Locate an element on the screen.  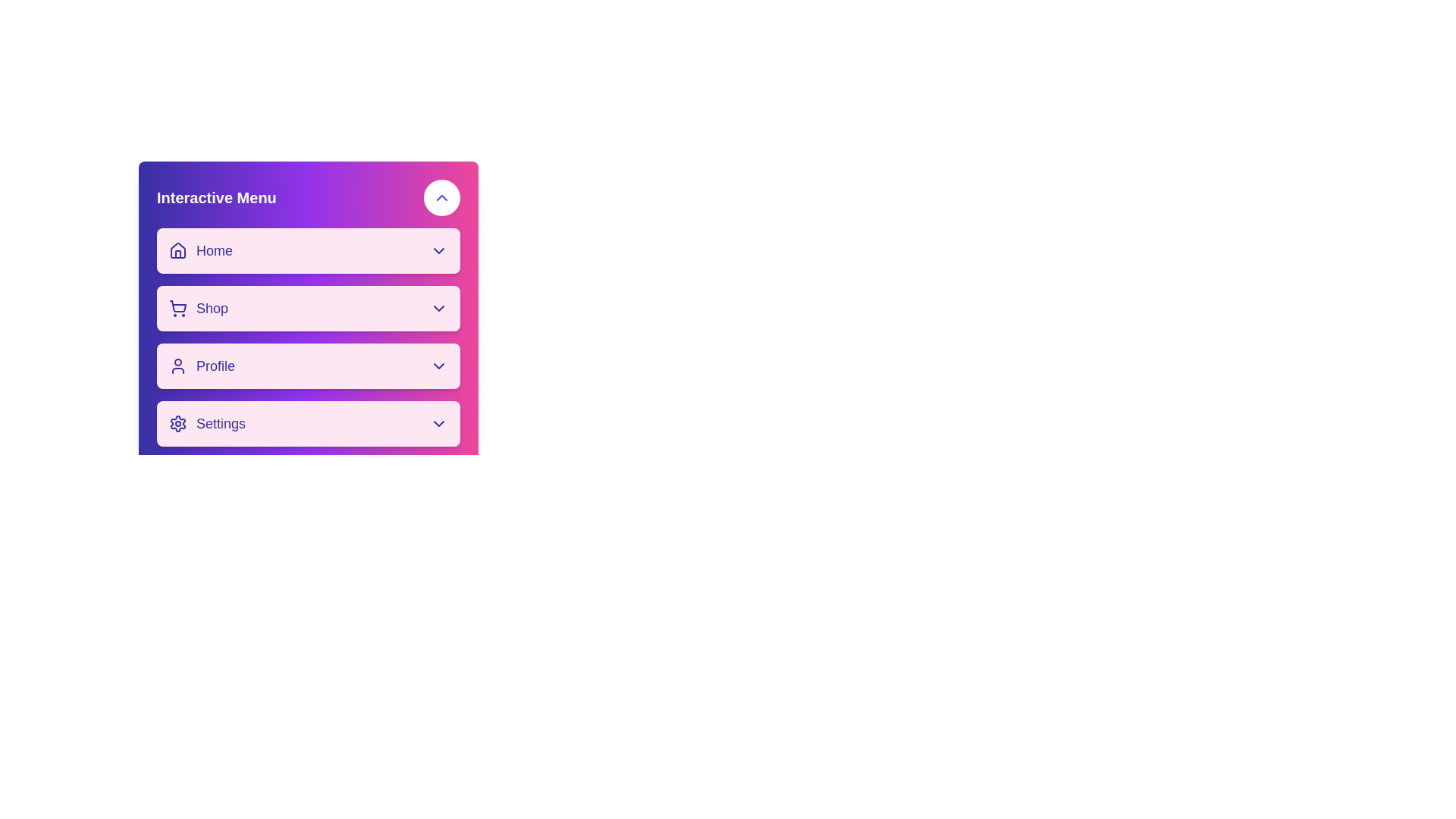
the 'Profile' text label within the third button of the 'Interactive Menu', which indicates navigation to the user's profile page is located at coordinates (215, 366).